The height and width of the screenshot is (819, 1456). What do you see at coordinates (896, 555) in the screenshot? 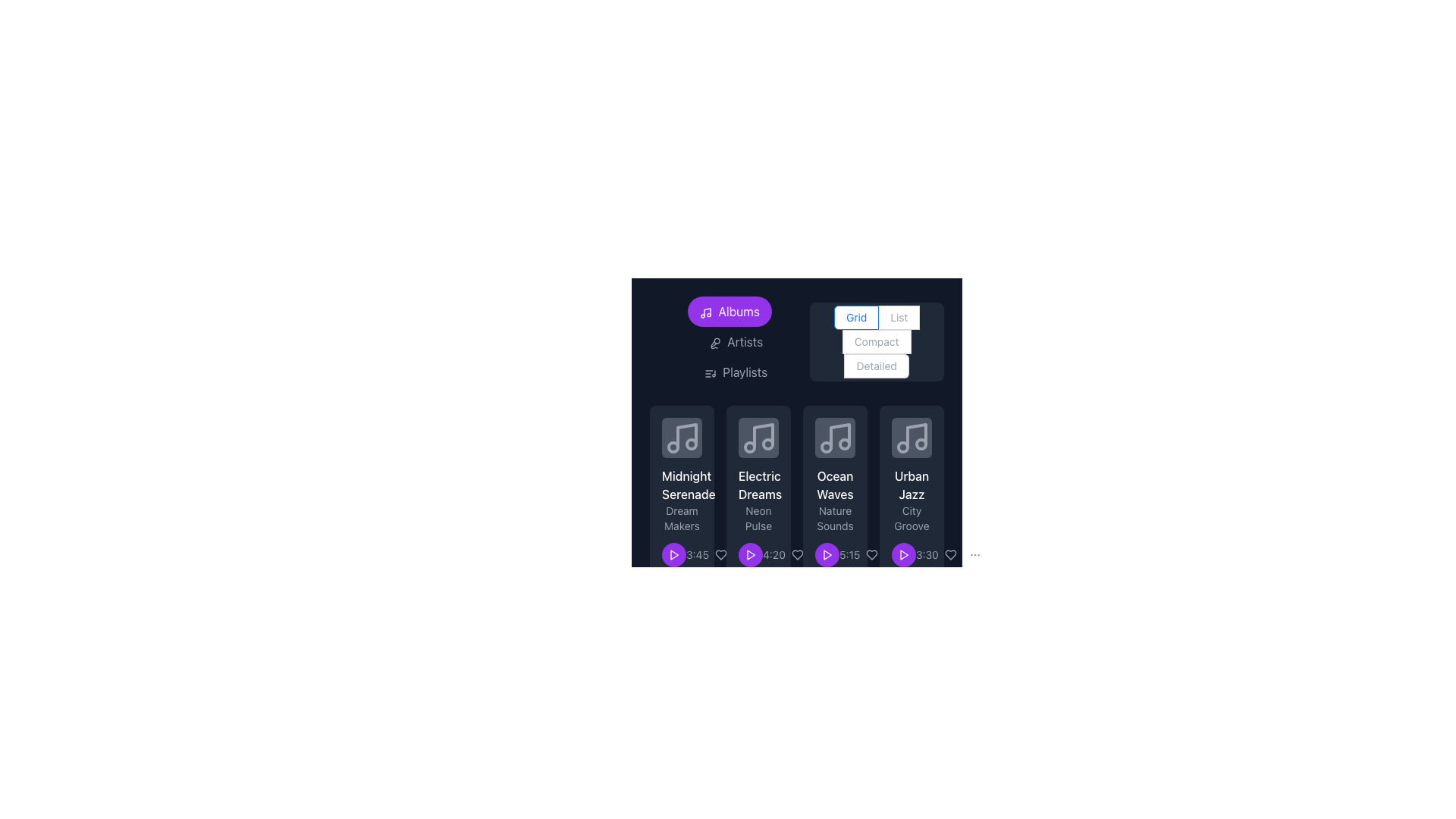
I see `the button styled as three vertically arranged dots (ellipsis) located at the bottom section of a card-like interface` at bounding box center [896, 555].